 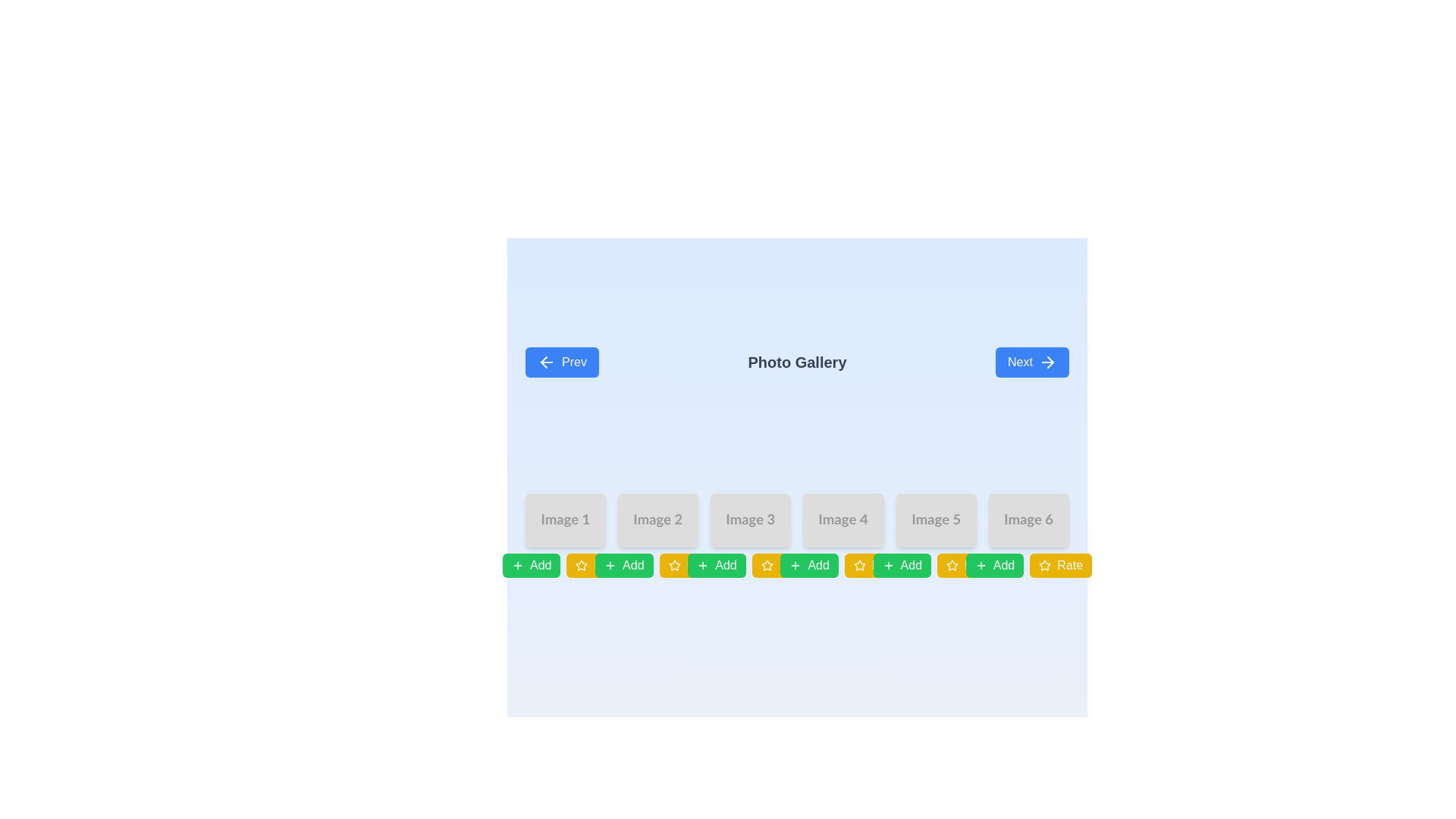 What do you see at coordinates (689, 565) in the screenshot?
I see `the yellow button labeled 'Rate' with a white star icon` at bounding box center [689, 565].